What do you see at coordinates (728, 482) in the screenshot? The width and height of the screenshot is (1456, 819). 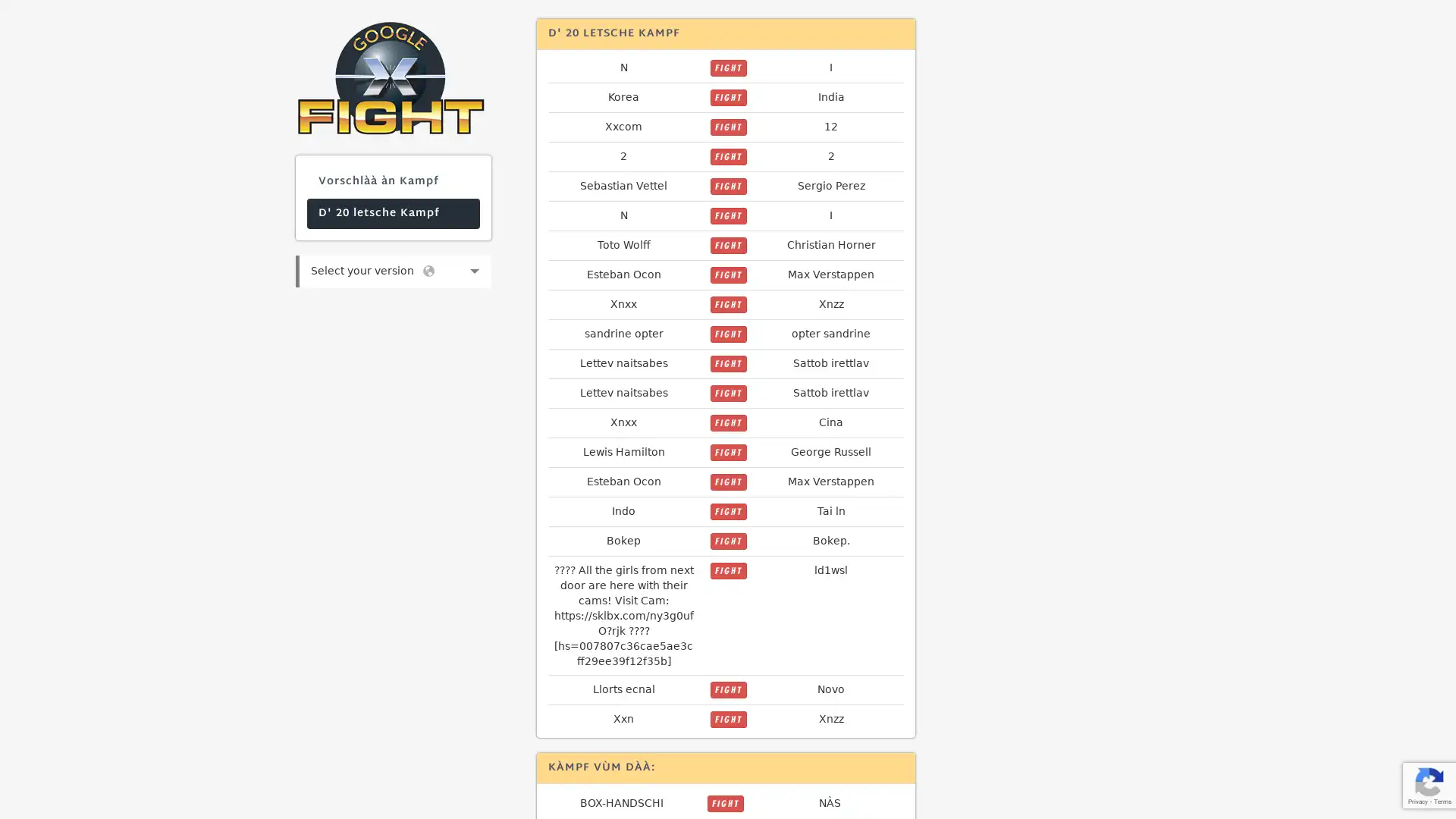 I see `FIGHT` at bounding box center [728, 482].